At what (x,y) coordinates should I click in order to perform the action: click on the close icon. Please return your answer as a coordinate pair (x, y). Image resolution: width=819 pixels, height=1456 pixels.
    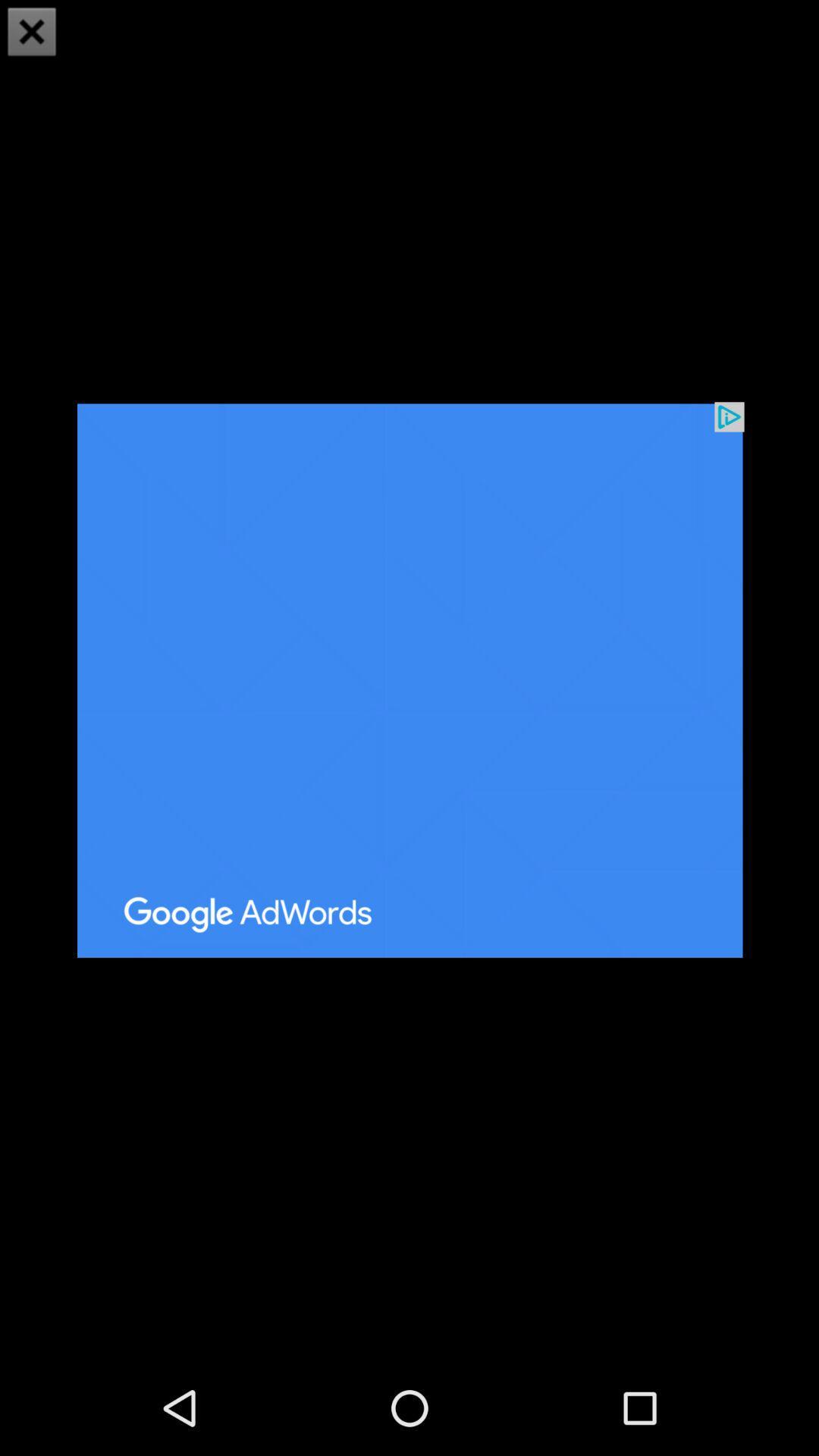
    Looking at the image, I should click on (32, 33).